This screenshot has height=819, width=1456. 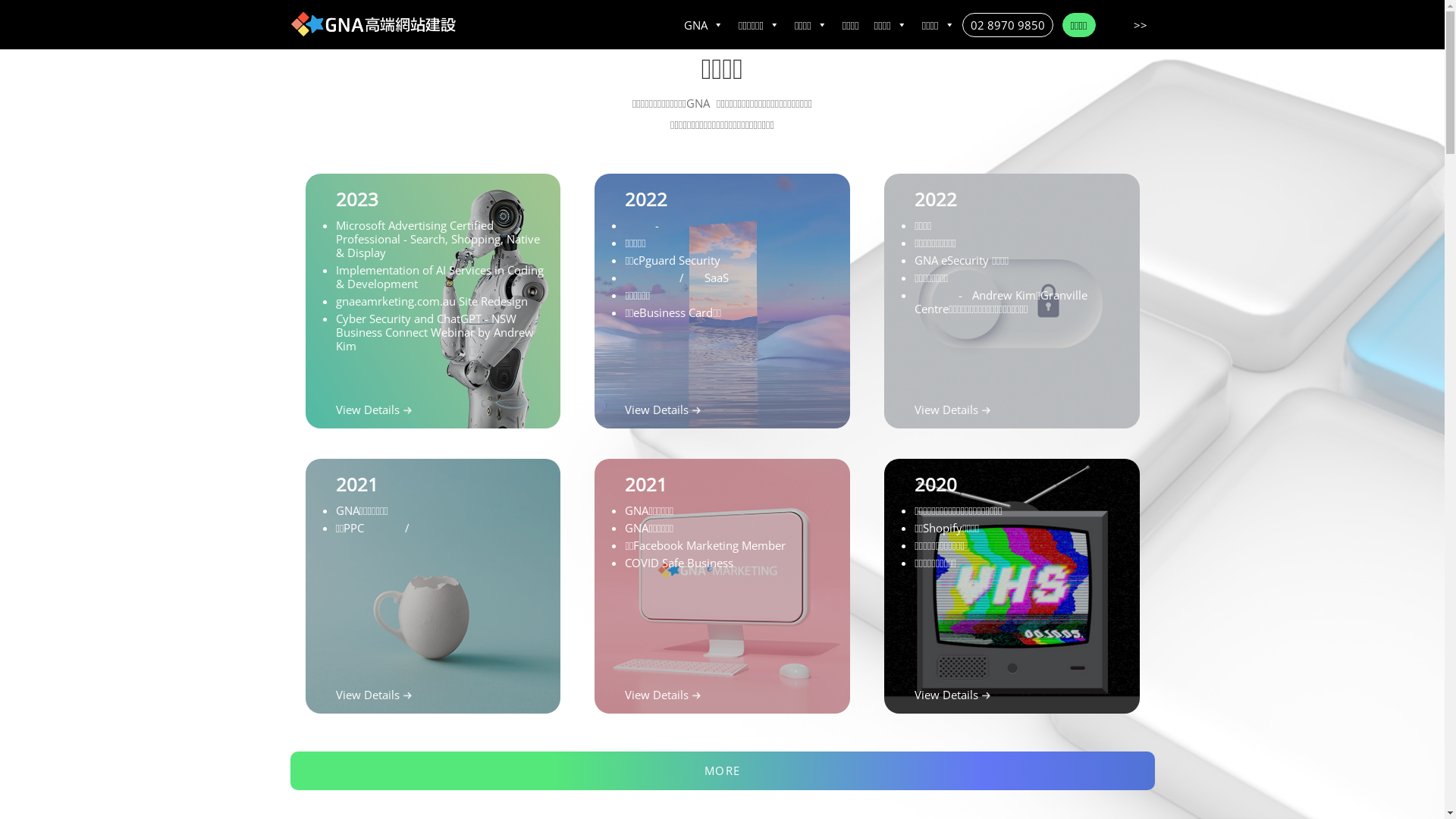 I want to click on 'View Details', so click(x=367, y=694).